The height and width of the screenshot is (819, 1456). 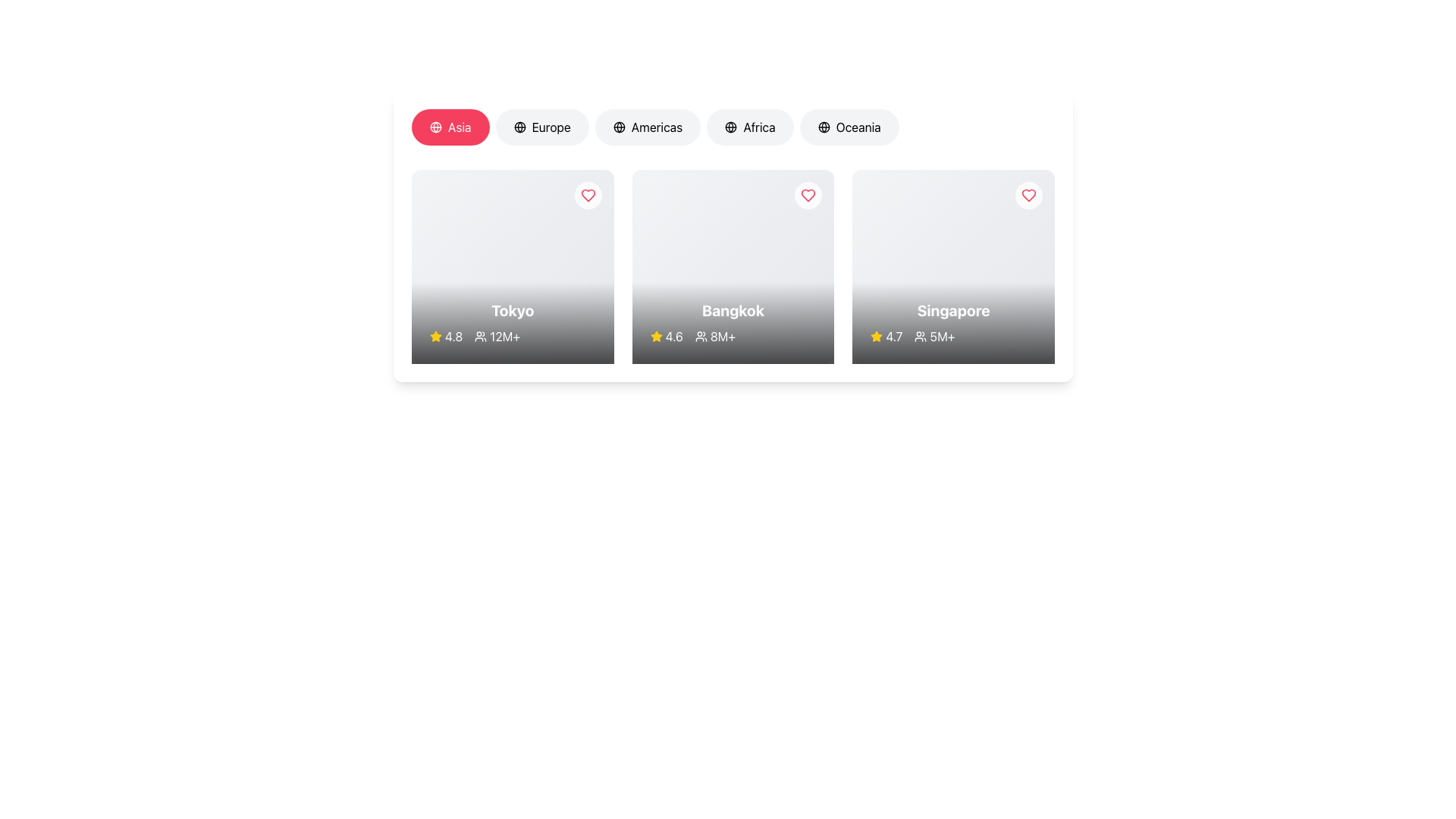 I want to click on the Rating display component for 'Bangkok', which consists of a yellow star icon followed by the numeric text '4.6', located in the middle of a row of cards, specifically positioned on the lower-left side of the card, so click(x=667, y=335).